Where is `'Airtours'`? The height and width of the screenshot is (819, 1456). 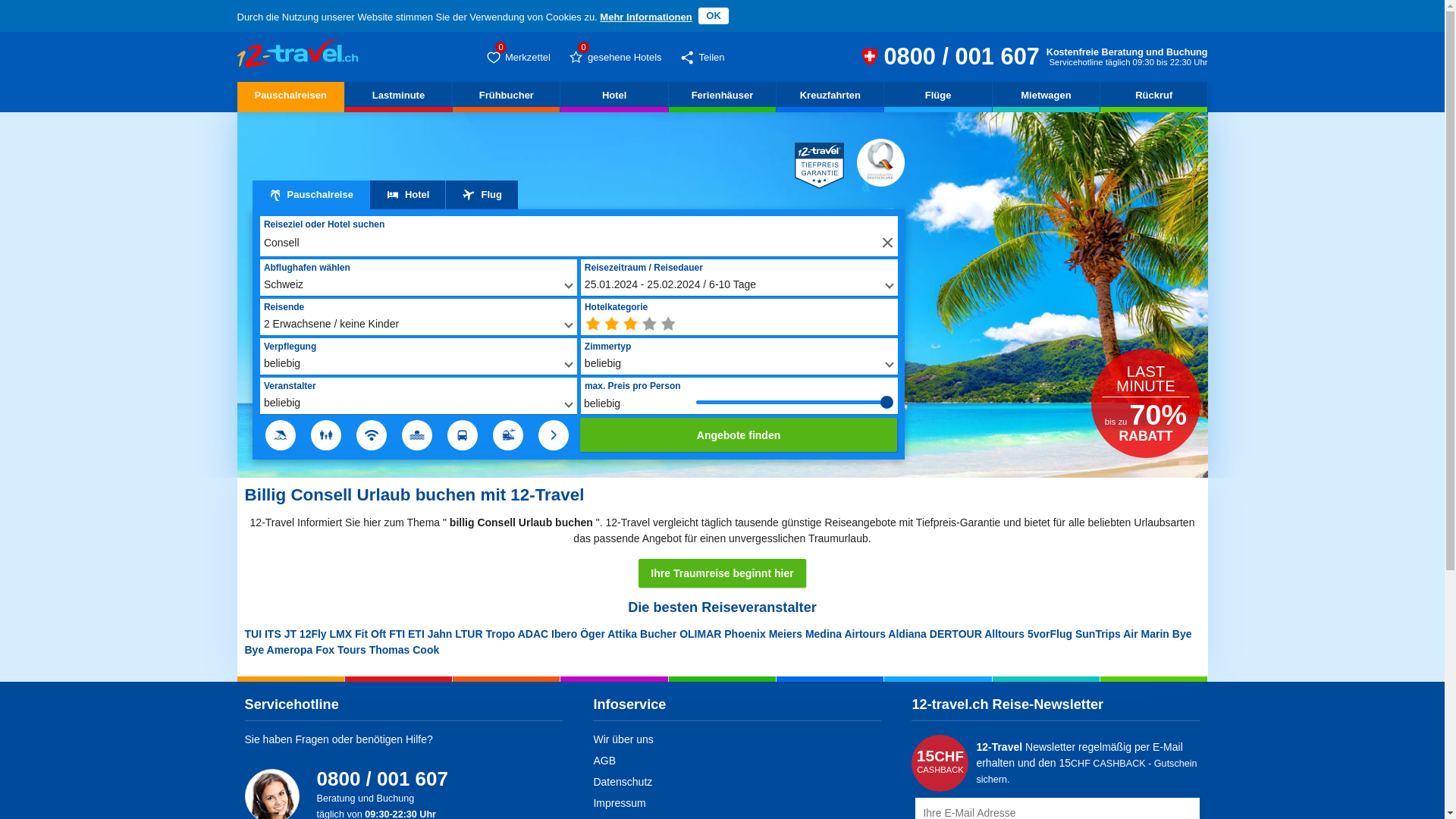
'Airtours' is located at coordinates (865, 634).